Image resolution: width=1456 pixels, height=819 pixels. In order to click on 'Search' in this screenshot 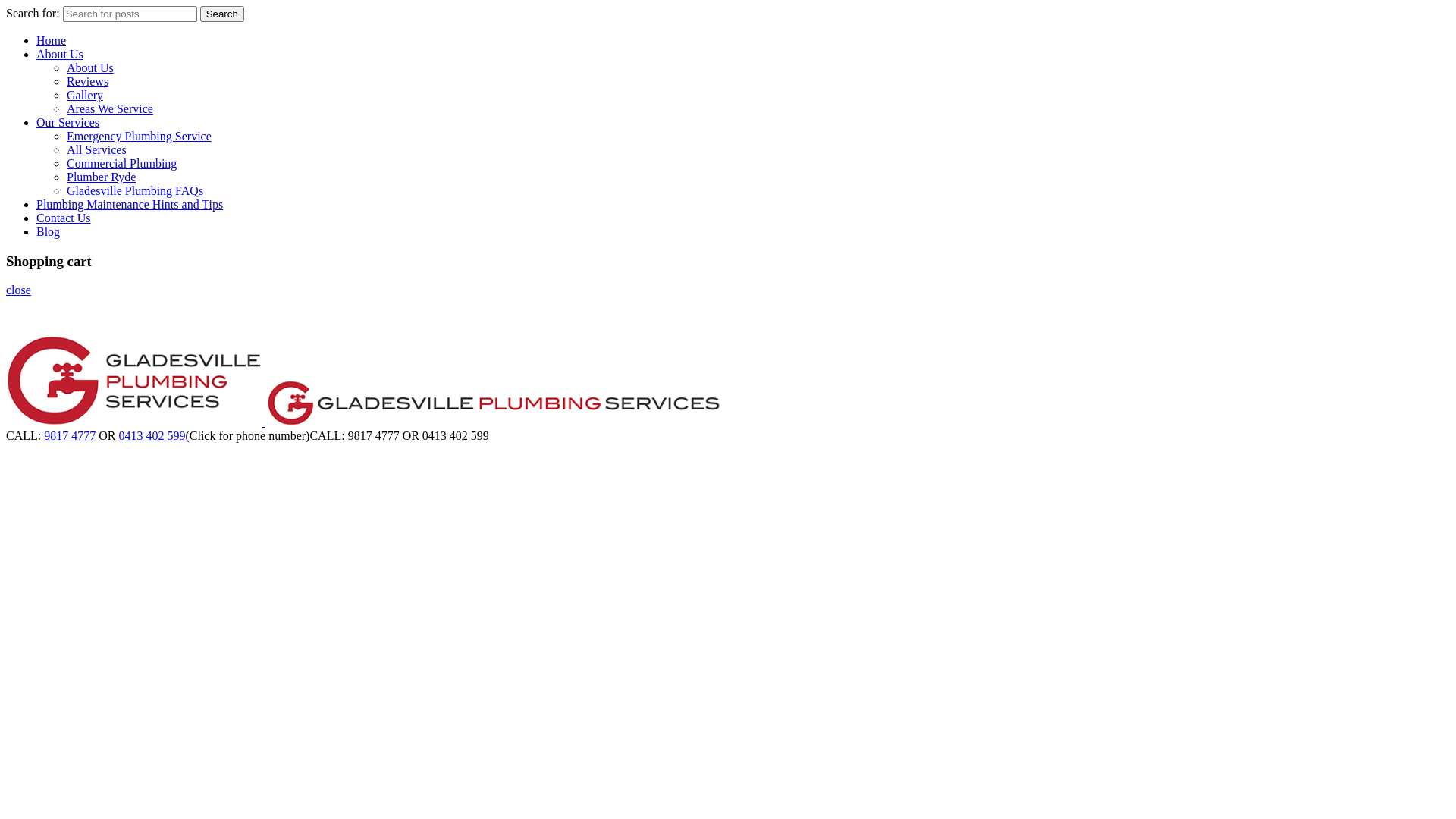, I will do `click(221, 14)`.